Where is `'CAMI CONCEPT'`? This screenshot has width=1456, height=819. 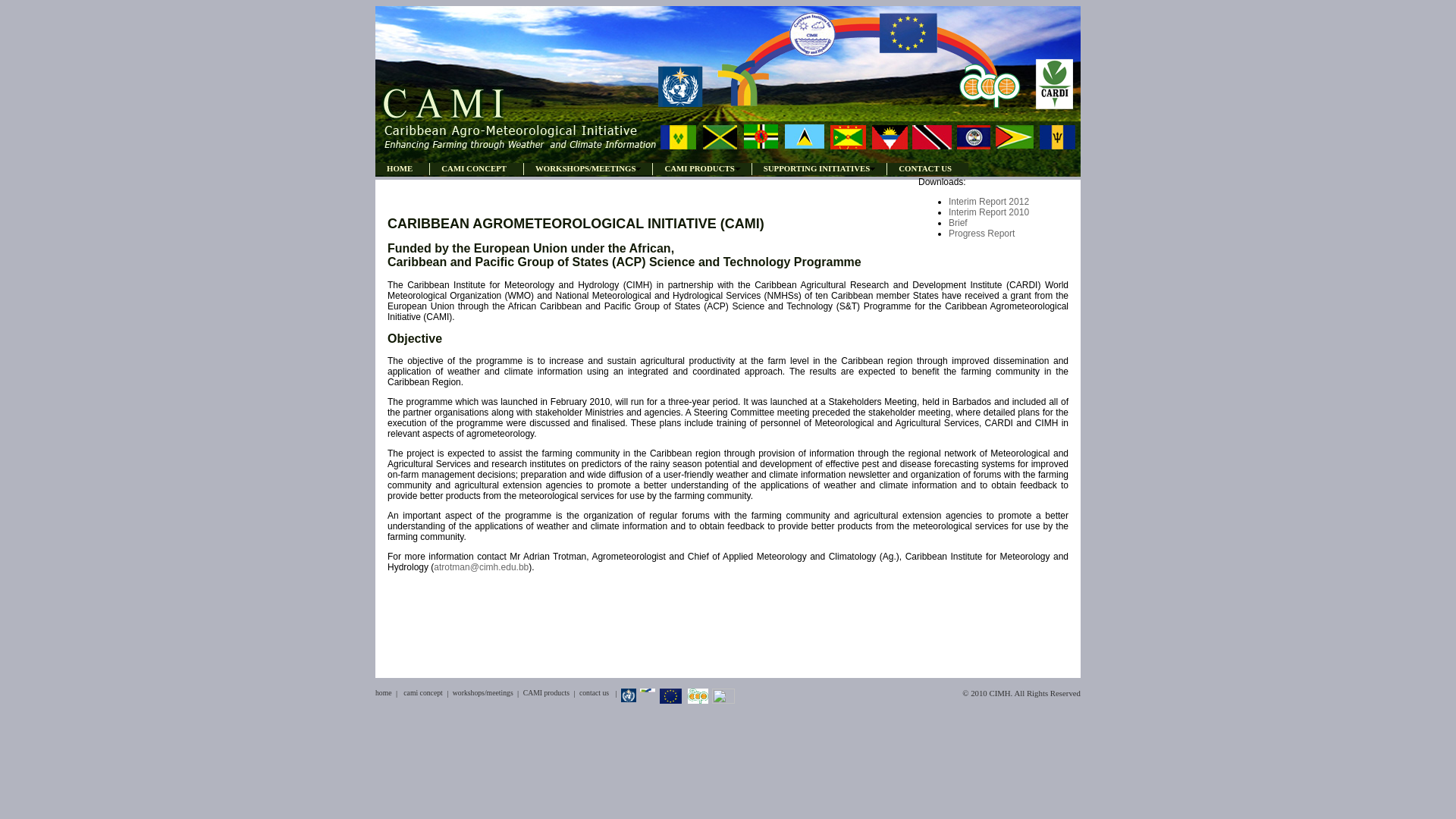
'CAMI CONCEPT' is located at coordinates (428, 168).